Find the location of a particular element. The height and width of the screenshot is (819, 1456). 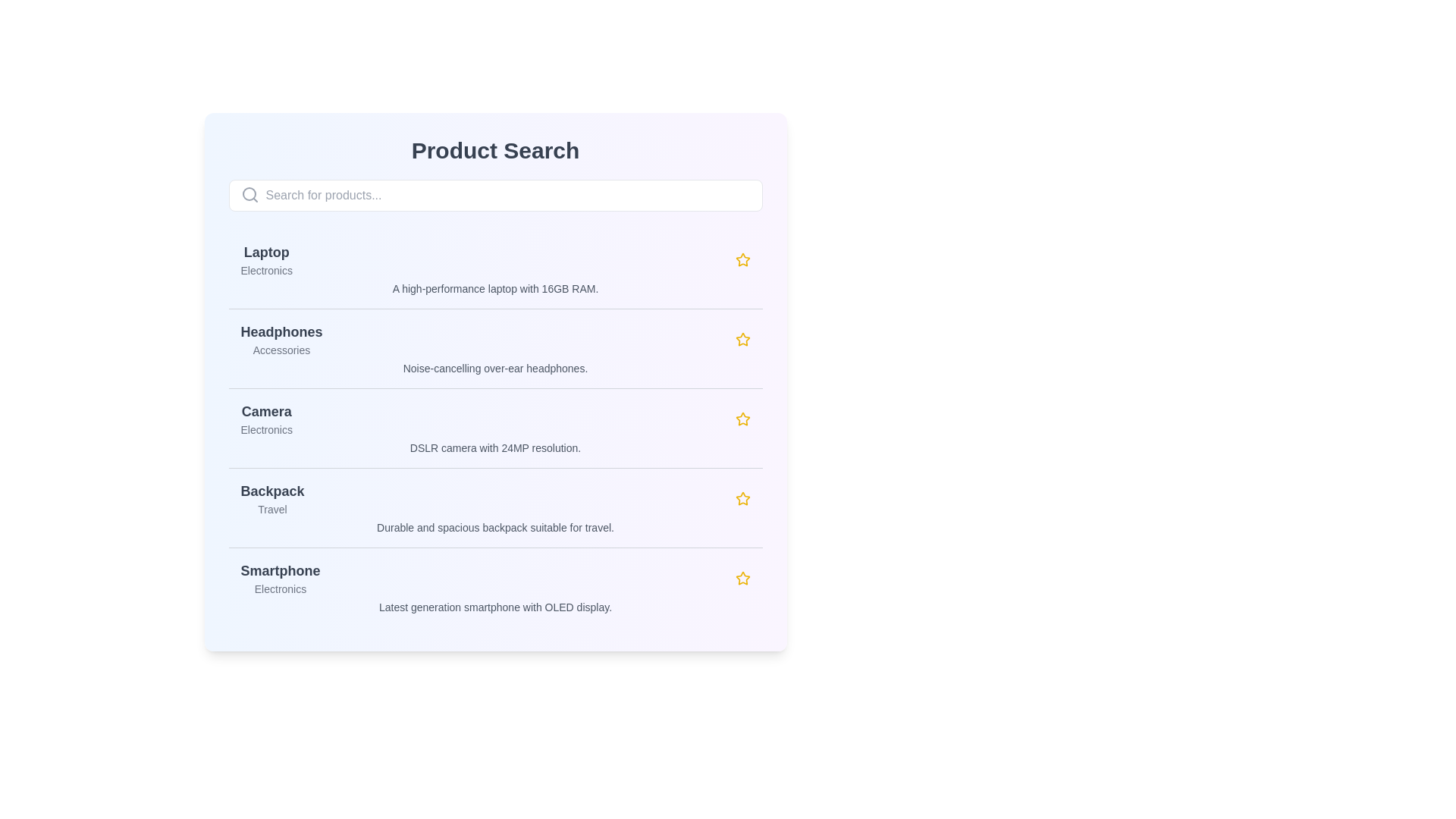

the third product listing item in the vertically stacked list, which displays information about a DSLR camera product, located between 'Headphones Accessories' and 'Backpack Travel' is located at coordinates (495, 428).